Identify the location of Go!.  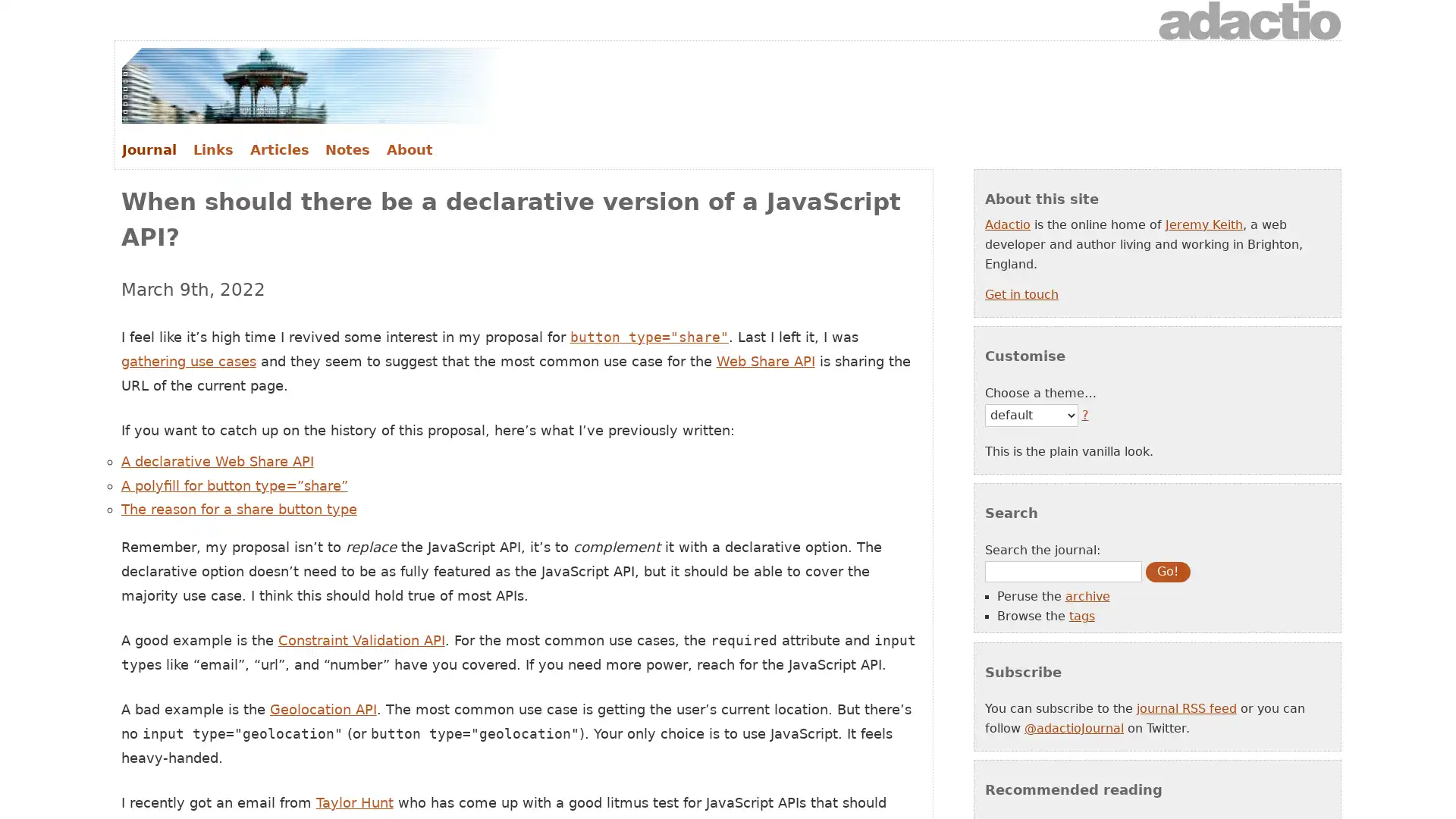
(1166, 571).